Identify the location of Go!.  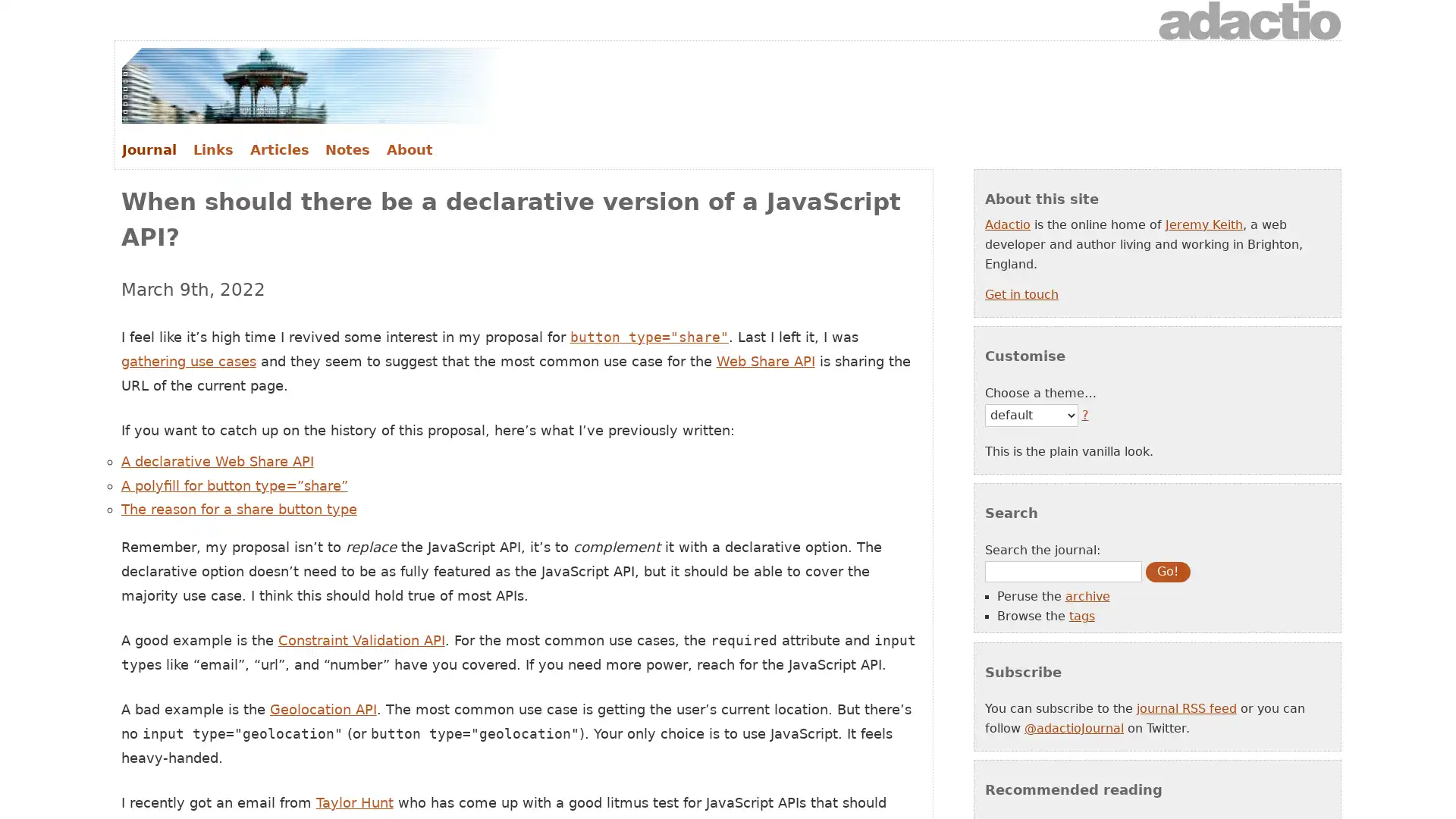
(1166, 571).